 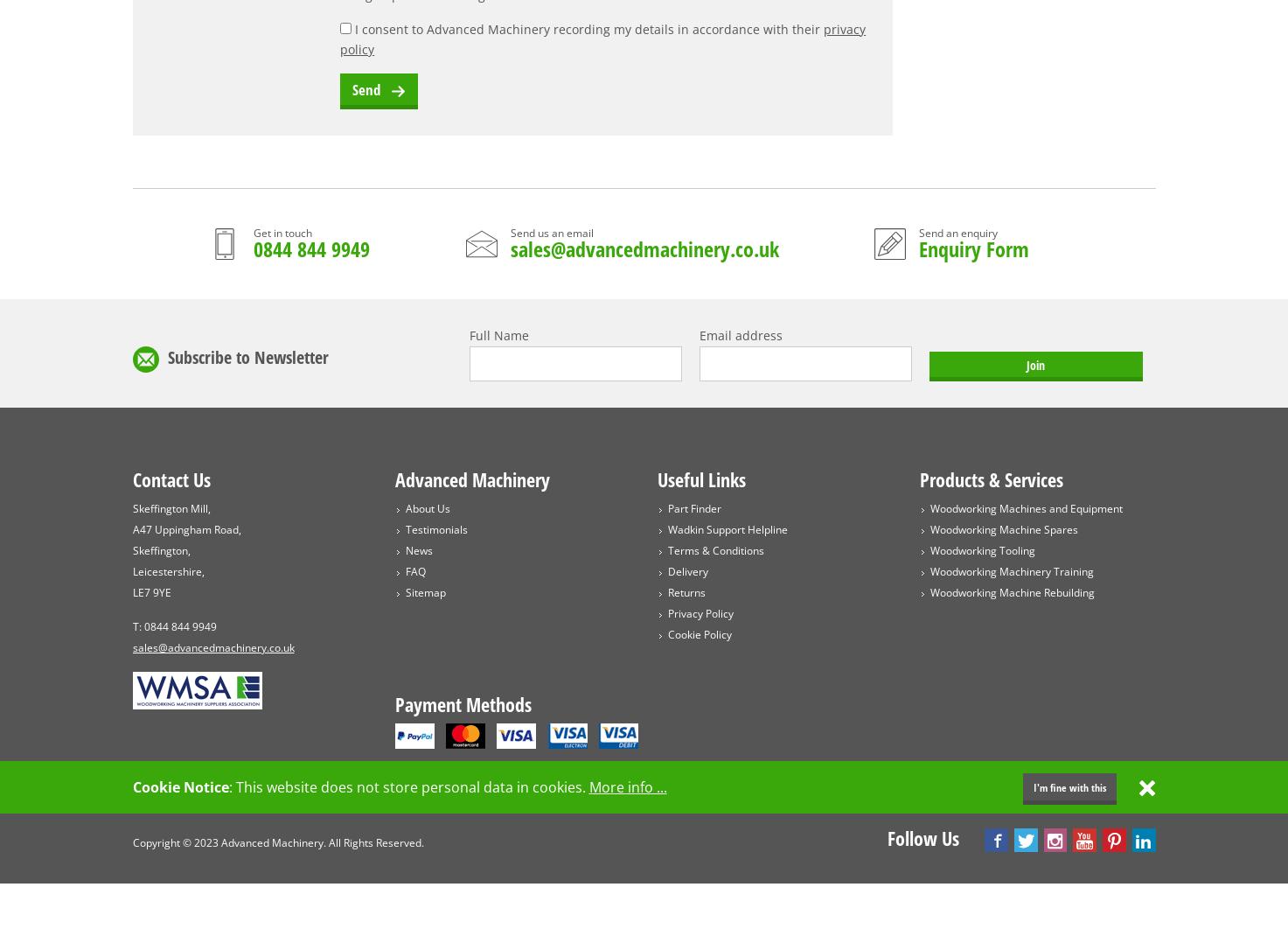 What do you see at coordinates (1010, 570) in the screenshot?
I see `'Woodworking Machinery Training'` at bounding box center [1010, 570].